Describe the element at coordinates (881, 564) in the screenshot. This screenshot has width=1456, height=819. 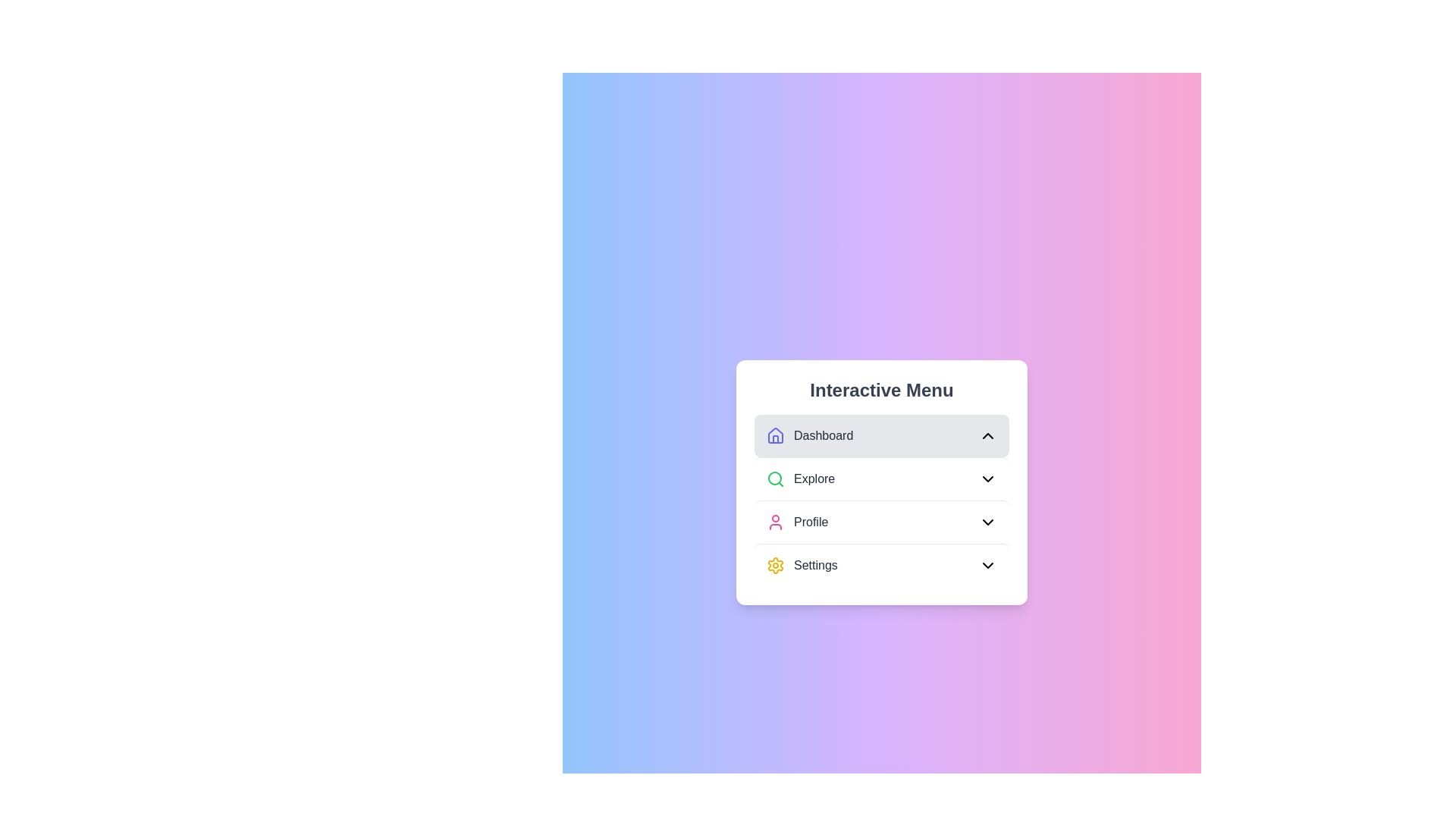
I see `the menu item Settings to activate it` at that location.